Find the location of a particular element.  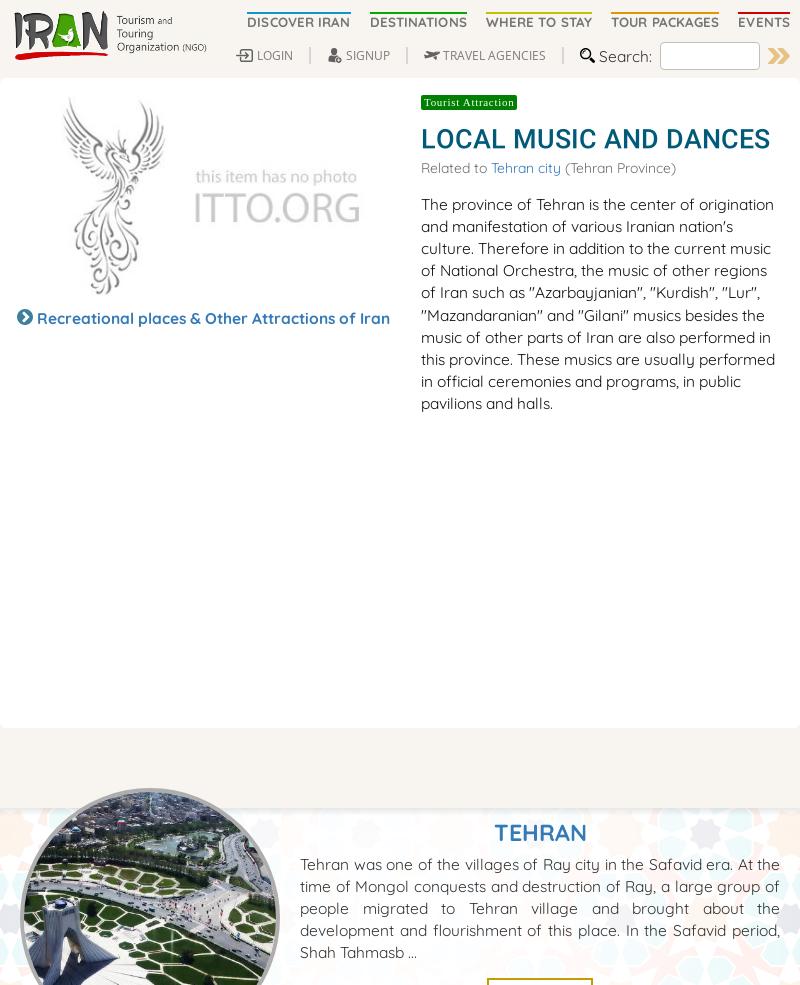

'Recreational places & Other Attractions of Iran' is located at coordinates (213, 316).